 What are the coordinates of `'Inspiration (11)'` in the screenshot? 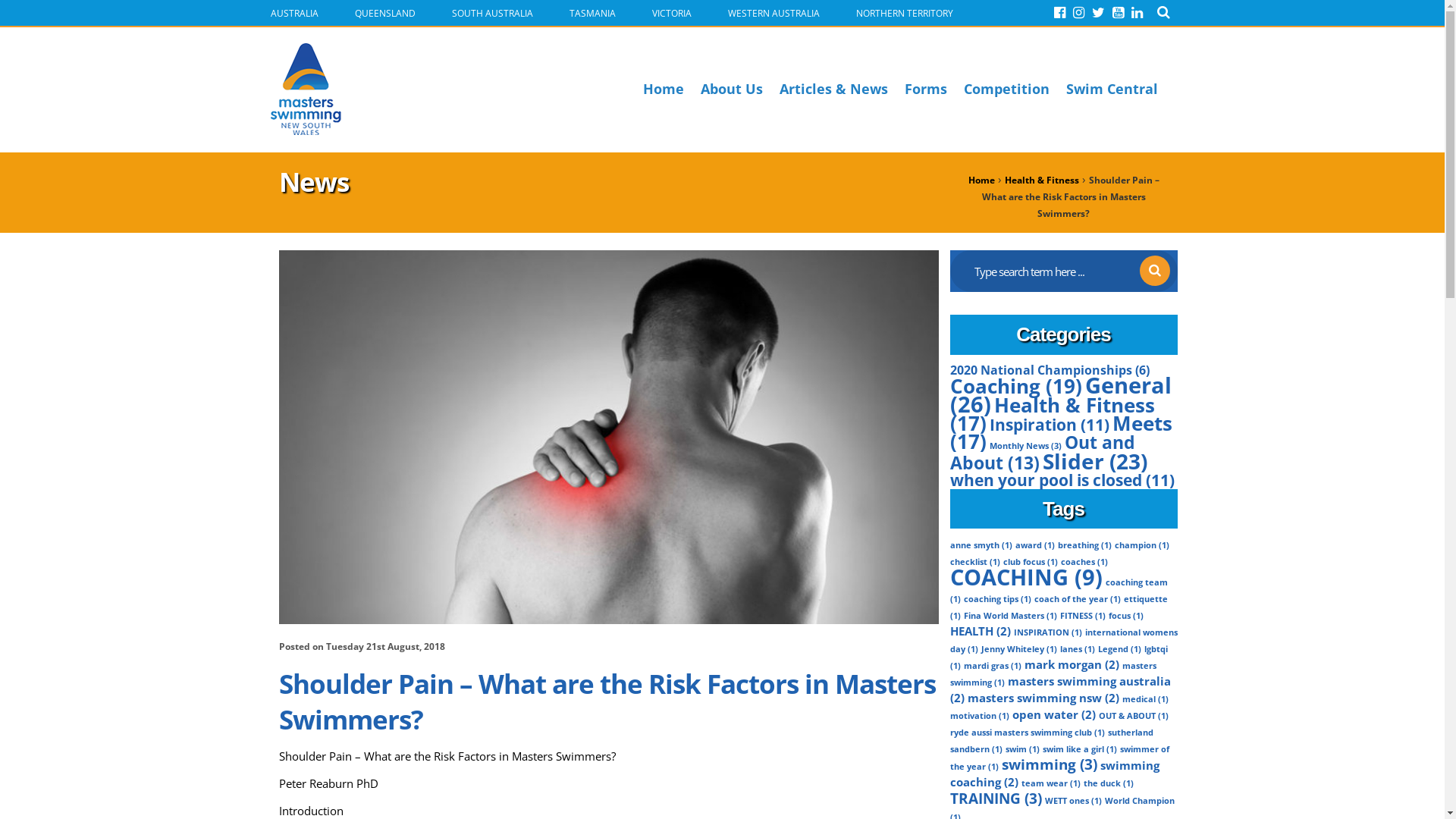 It's located at (1047, 424).